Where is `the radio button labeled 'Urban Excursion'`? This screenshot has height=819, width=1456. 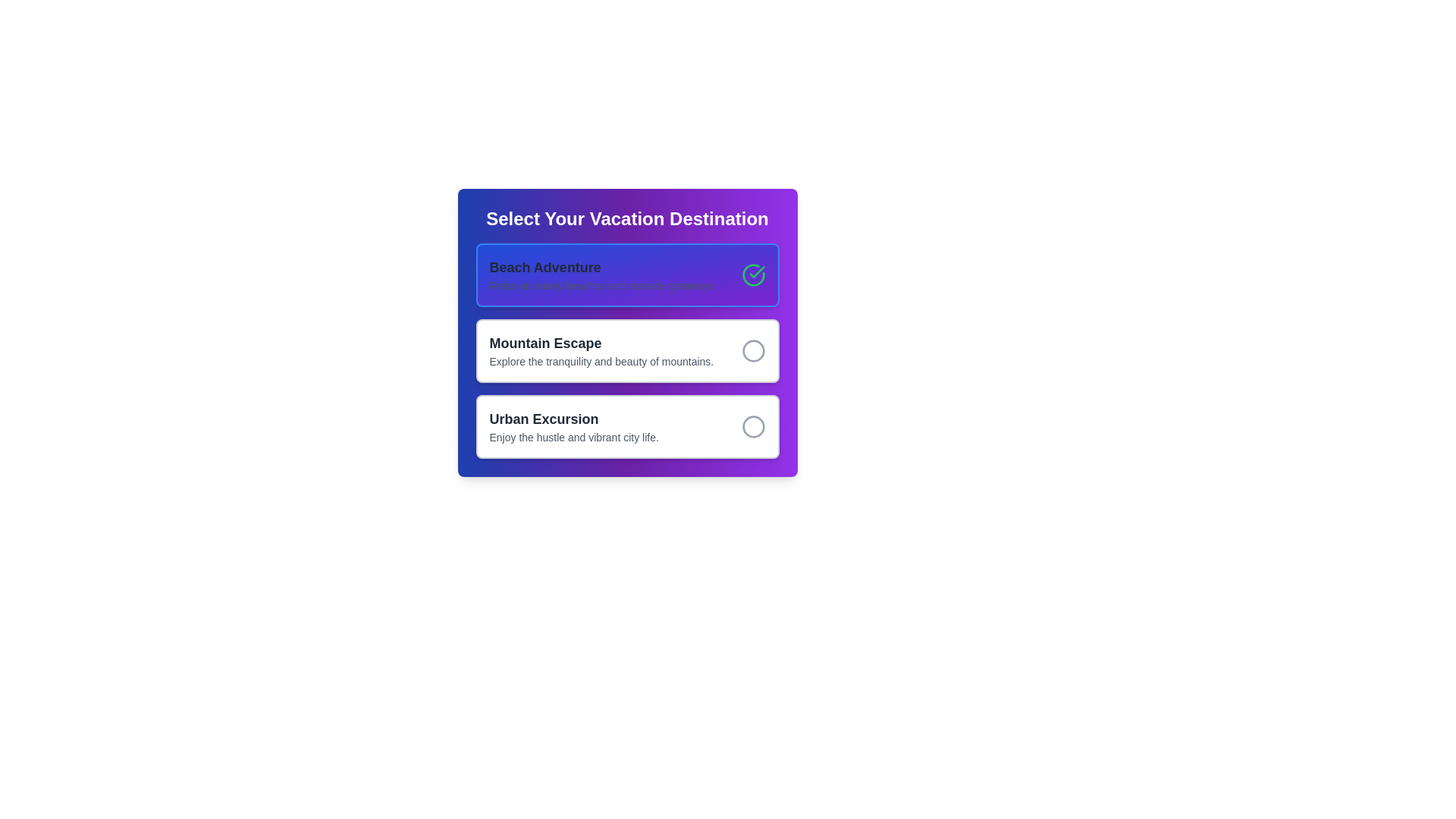 the radio button labeled 'Urban Excursion' is located at coordinates (627, 427).